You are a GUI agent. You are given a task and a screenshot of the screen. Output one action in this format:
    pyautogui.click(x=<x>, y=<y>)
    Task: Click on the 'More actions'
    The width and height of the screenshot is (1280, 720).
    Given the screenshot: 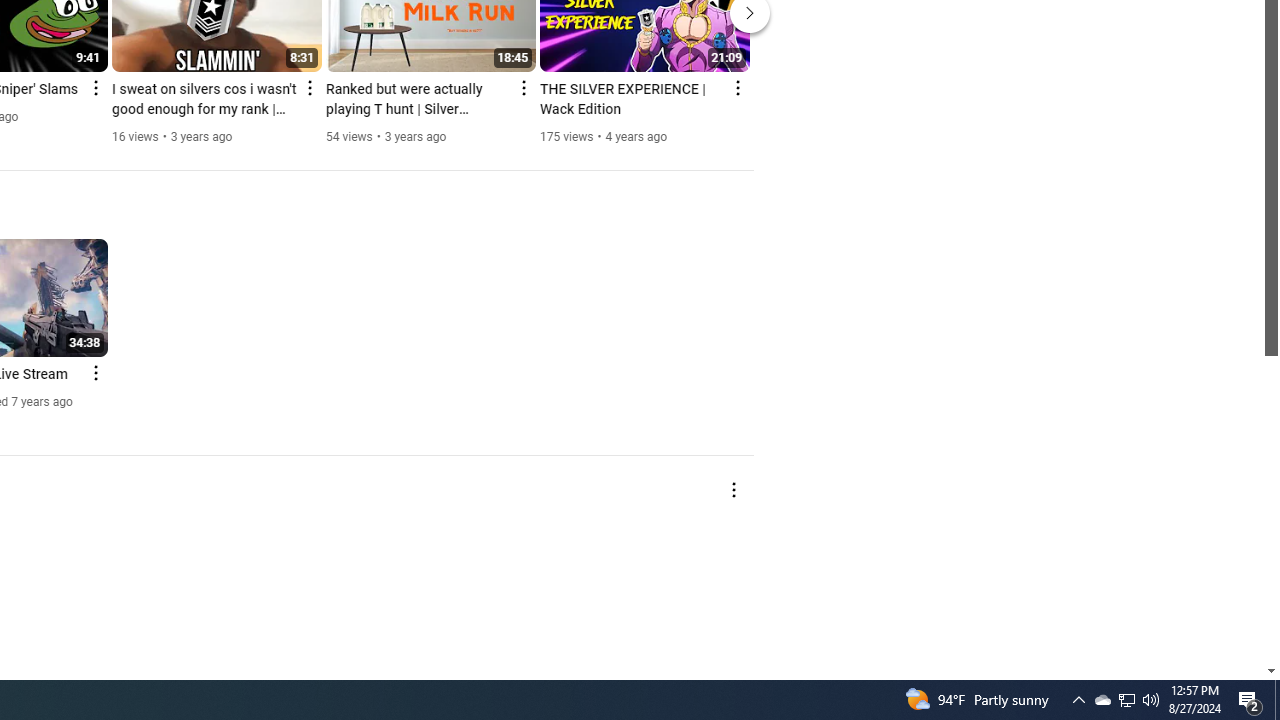 What is the action you would take?
    pyautogui.click(x=732, y=489)
    